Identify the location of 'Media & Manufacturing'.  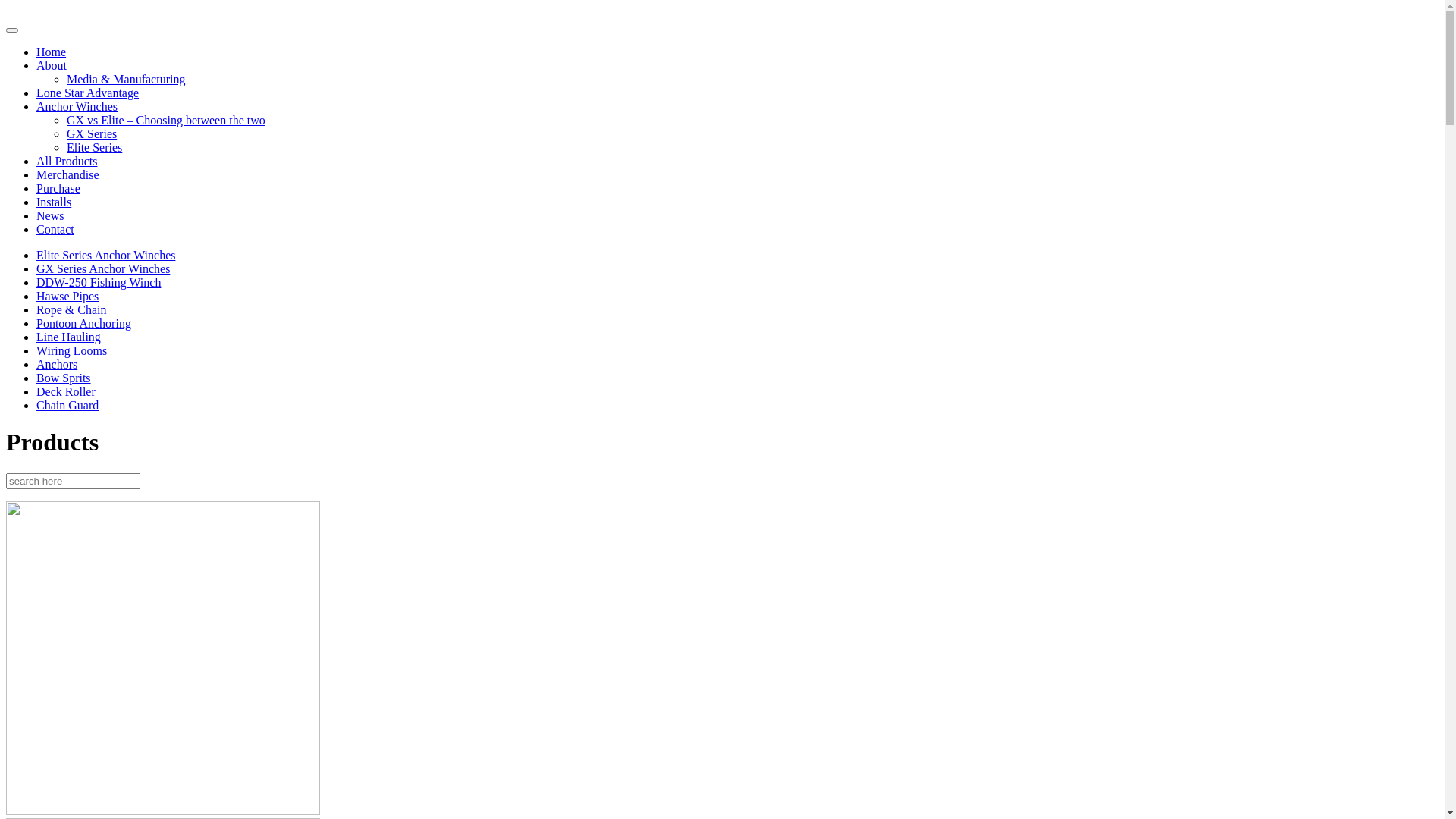
(65, 79).